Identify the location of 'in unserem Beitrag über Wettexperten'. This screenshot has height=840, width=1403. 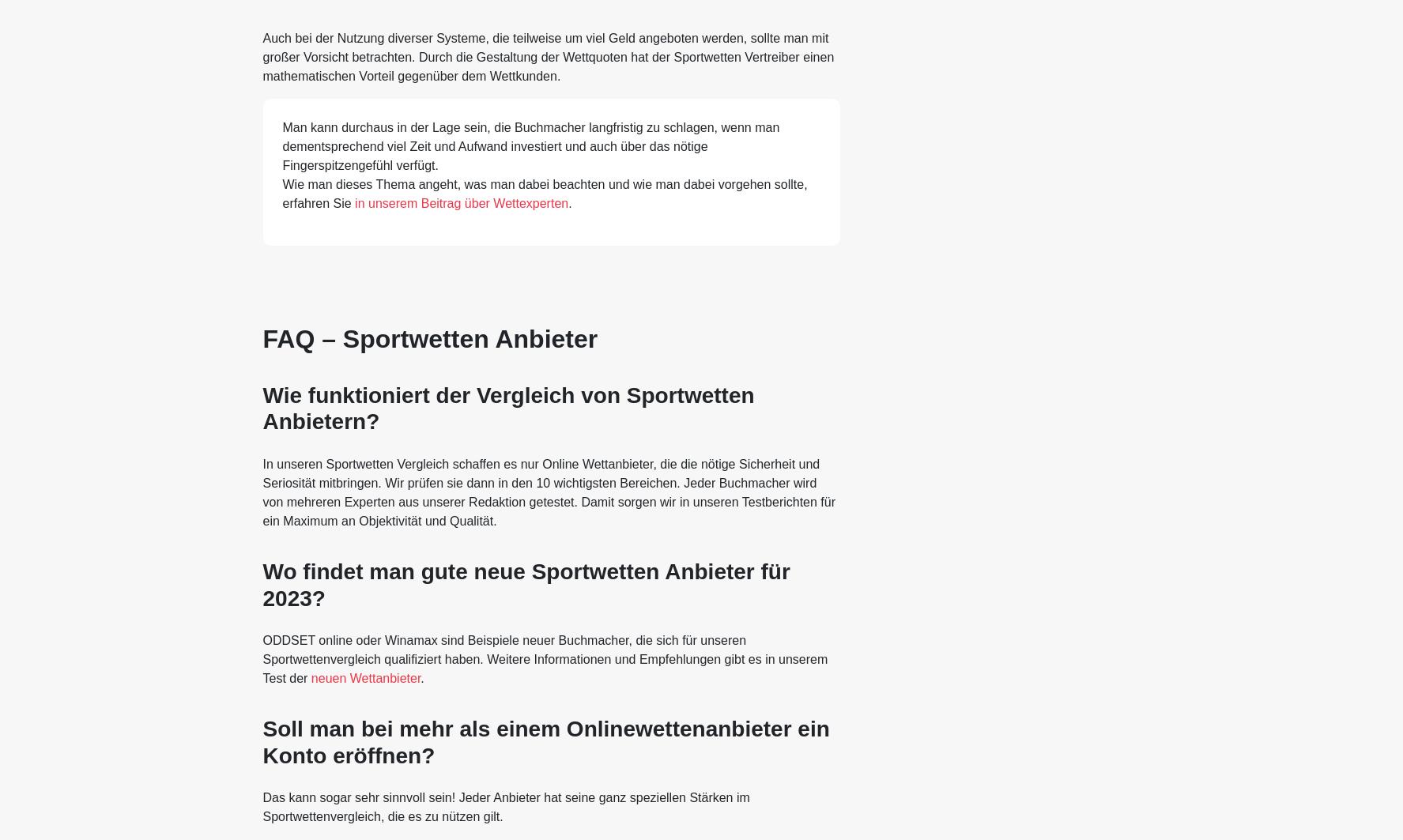
(461, 203).